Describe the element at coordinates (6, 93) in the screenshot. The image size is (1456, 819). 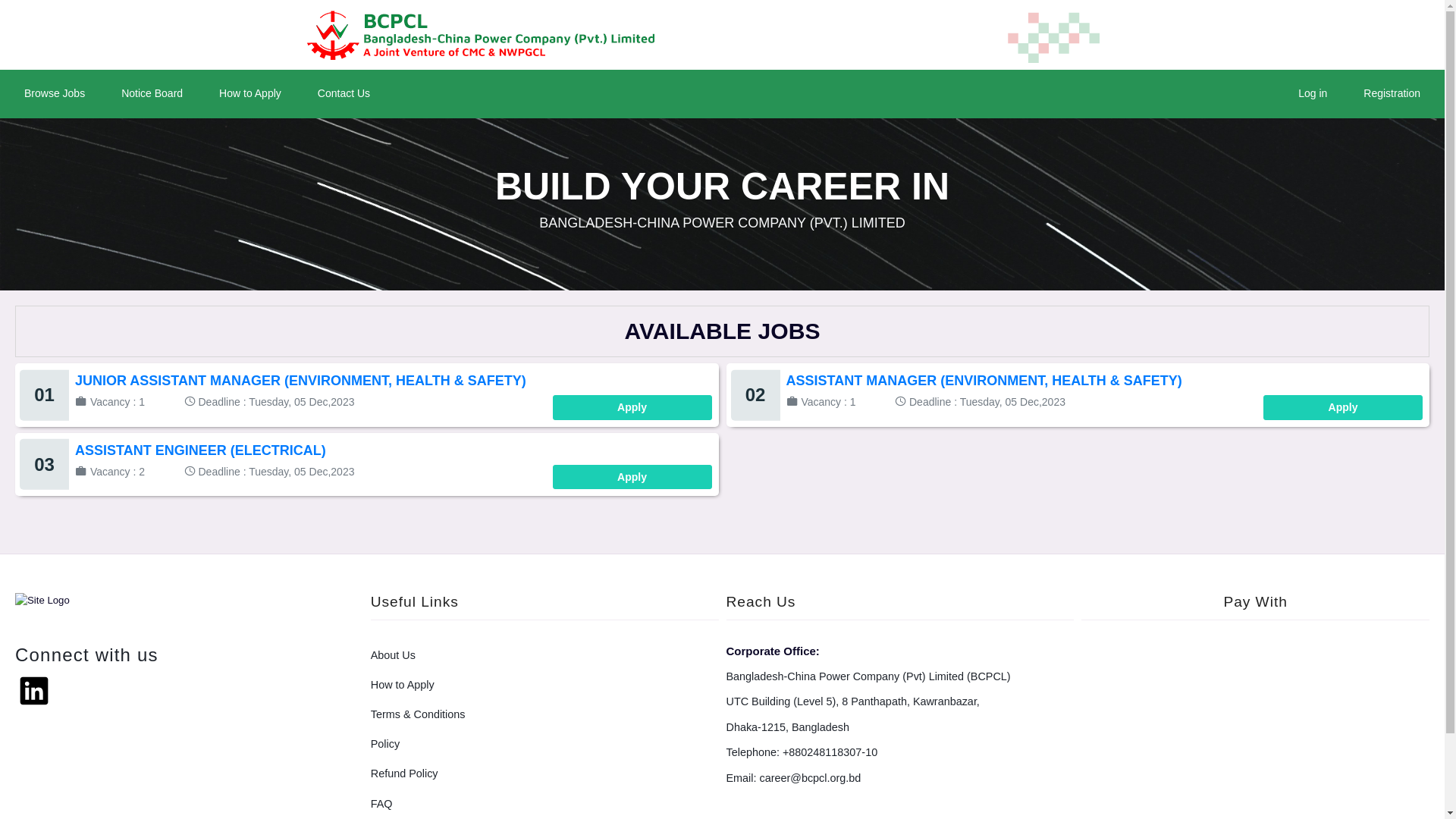
I see `'Browse Jobs'` at that location.